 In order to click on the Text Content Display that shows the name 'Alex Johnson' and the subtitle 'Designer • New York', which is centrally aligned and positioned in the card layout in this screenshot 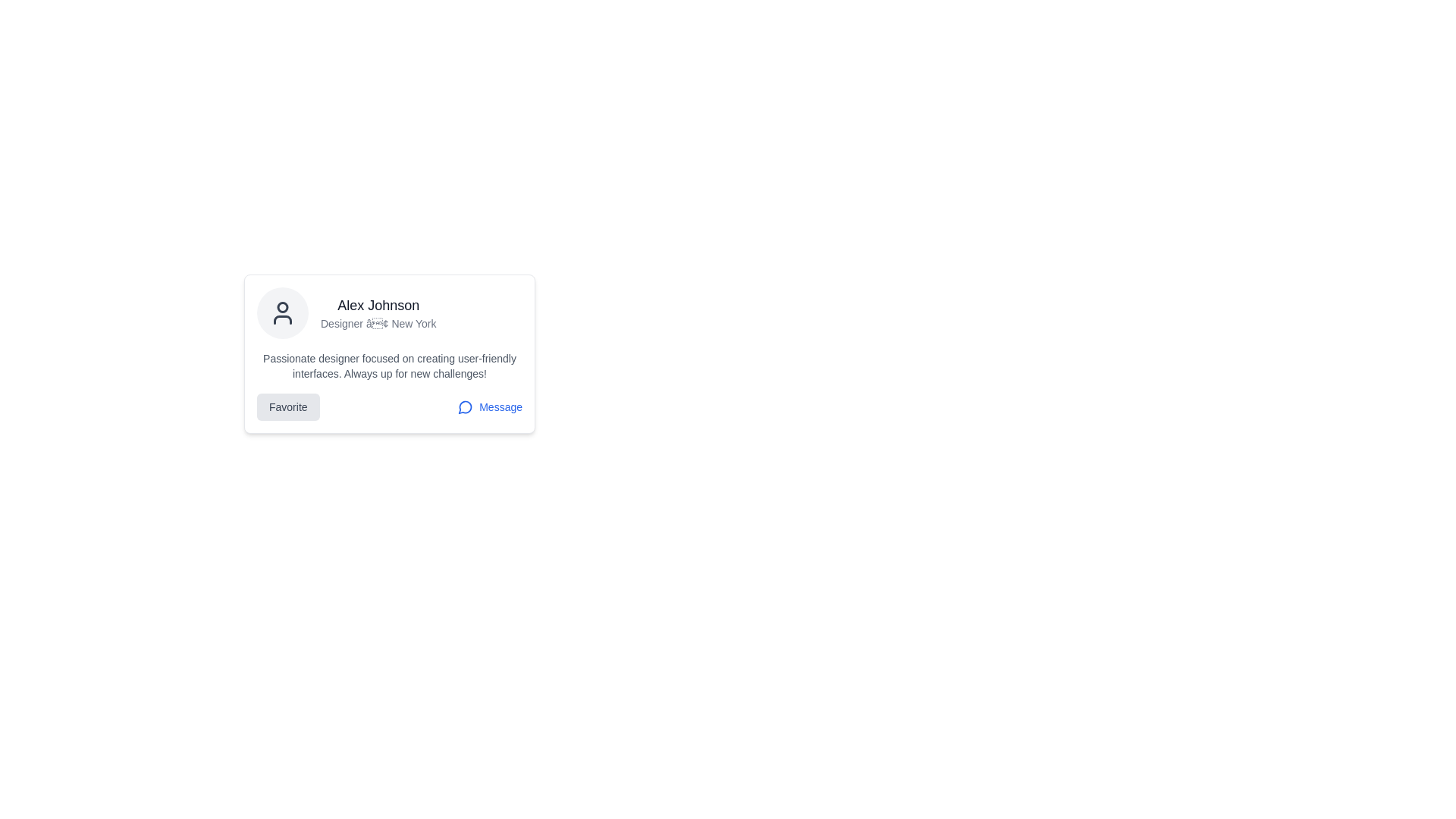, I will do `click(378, 312)`.